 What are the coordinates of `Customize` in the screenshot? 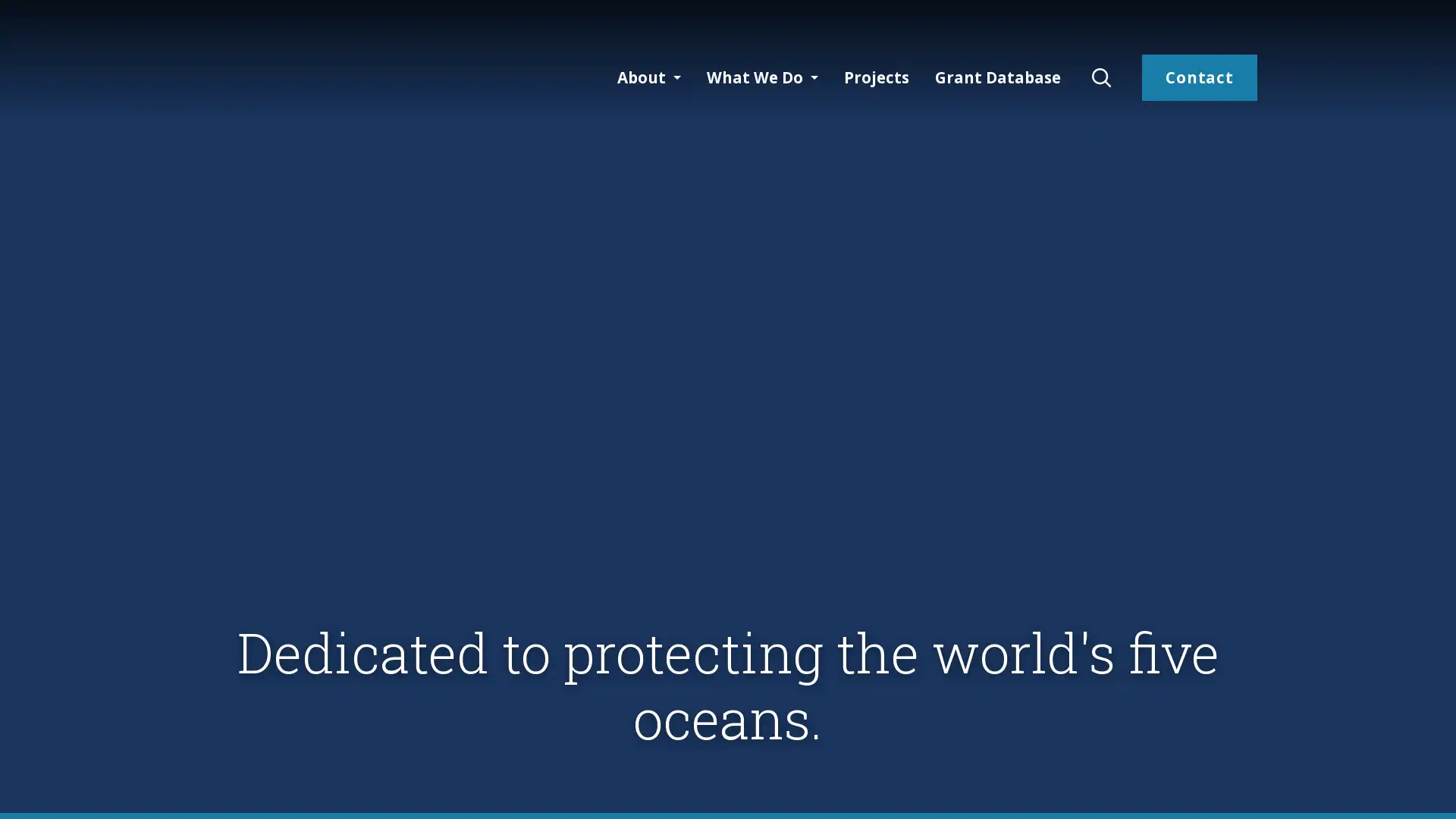 It's located at (1194, 788).